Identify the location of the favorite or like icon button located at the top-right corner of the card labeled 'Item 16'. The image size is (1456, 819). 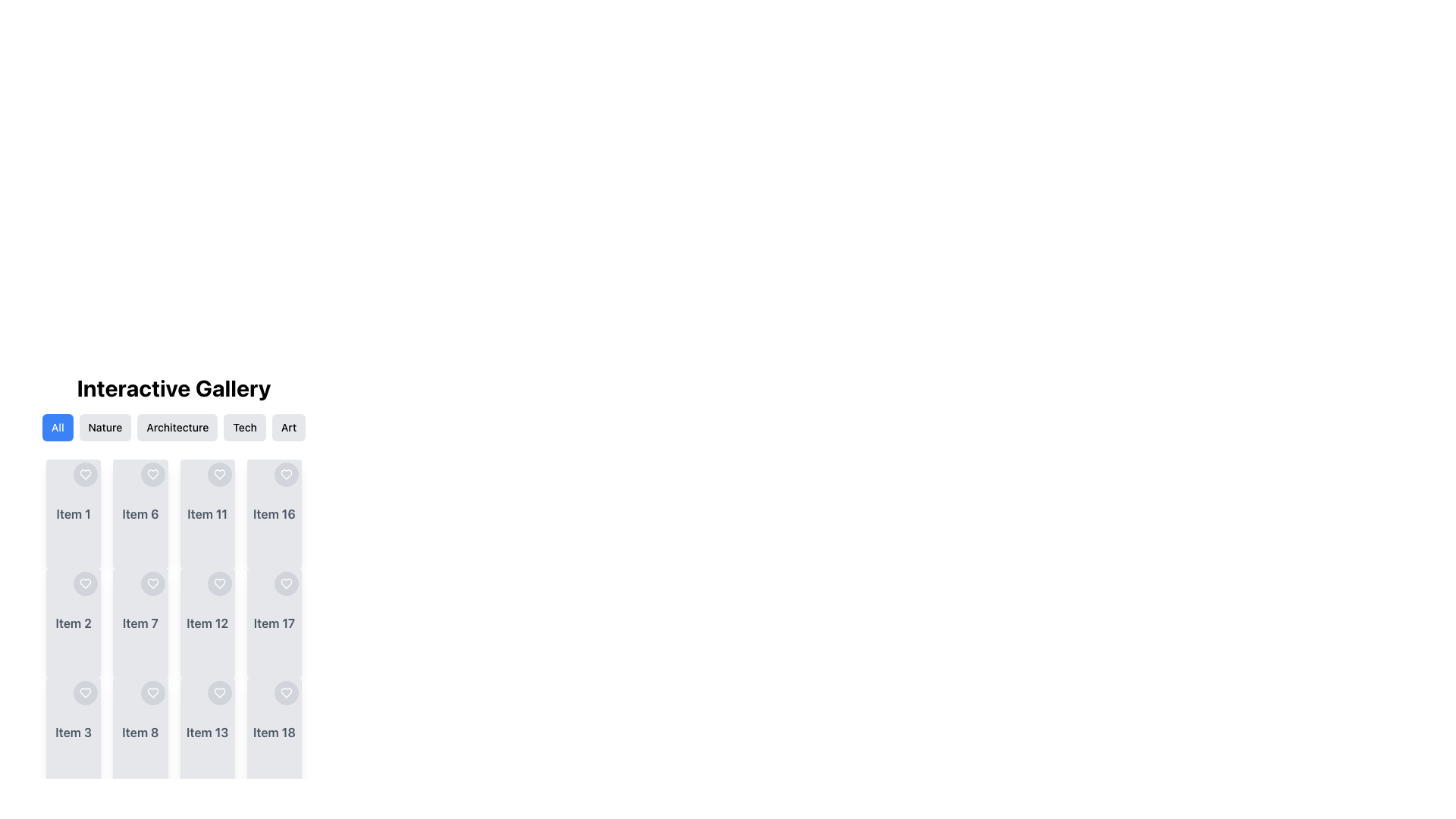
(287, 473).